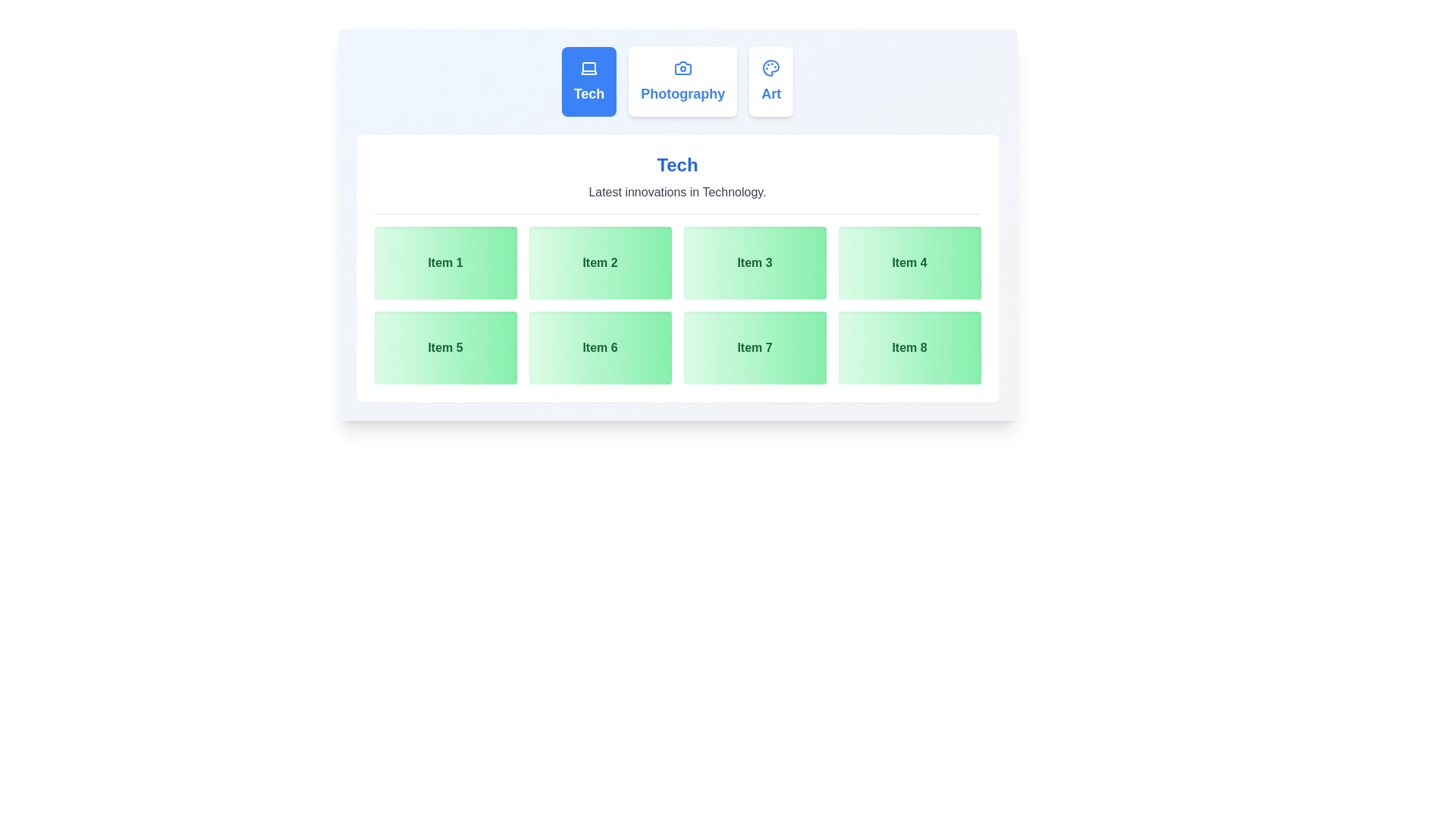 The height and width of the screenshot is (819, 1456). Describe the element at coordinates (588, 82) in the screenshot. I see `the tab labeled Tech` at that location.